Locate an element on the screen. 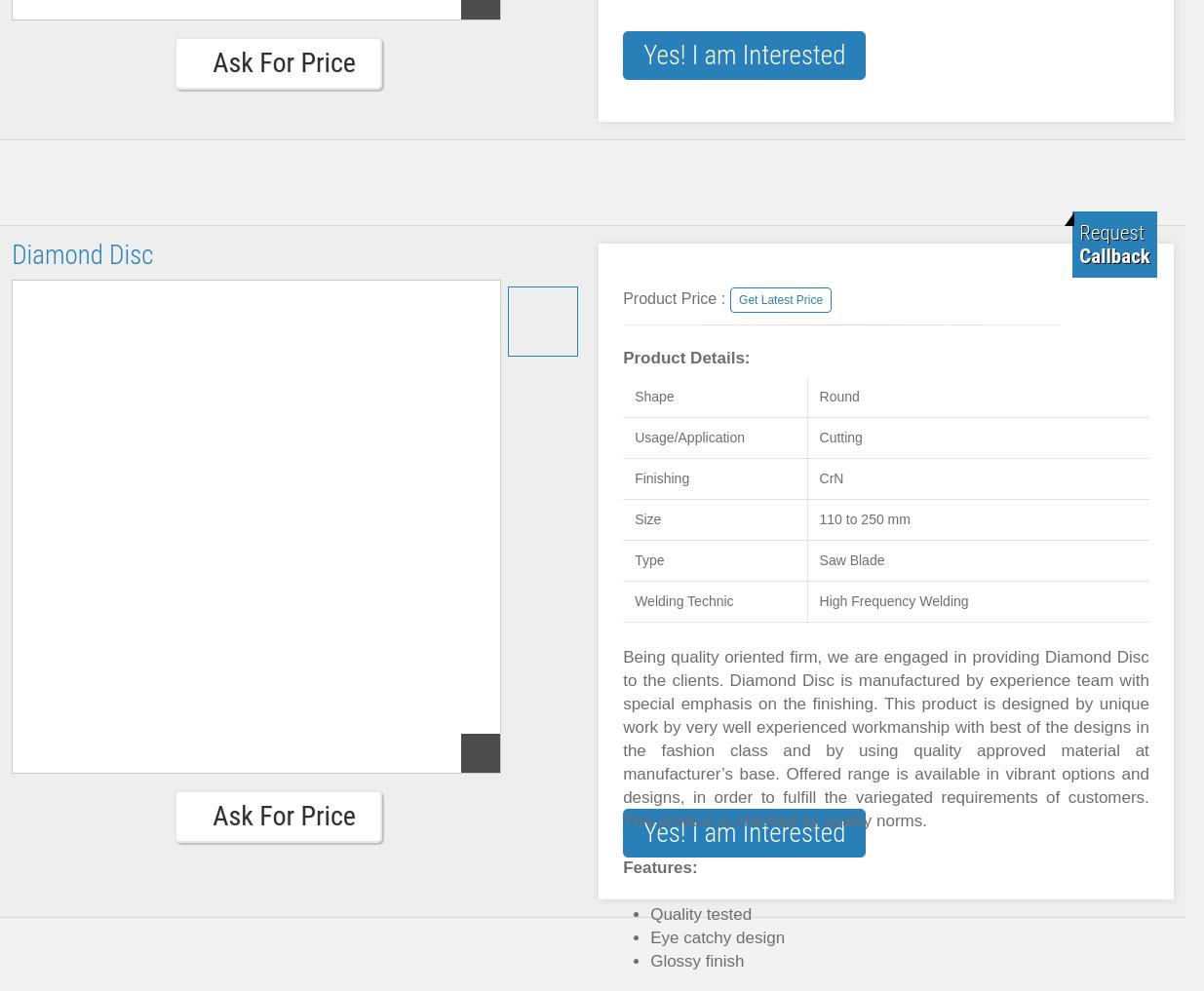 The width and height of the screenshot is (1204, 991). 'Get Latest Price' is located at coordinates (781, 300).